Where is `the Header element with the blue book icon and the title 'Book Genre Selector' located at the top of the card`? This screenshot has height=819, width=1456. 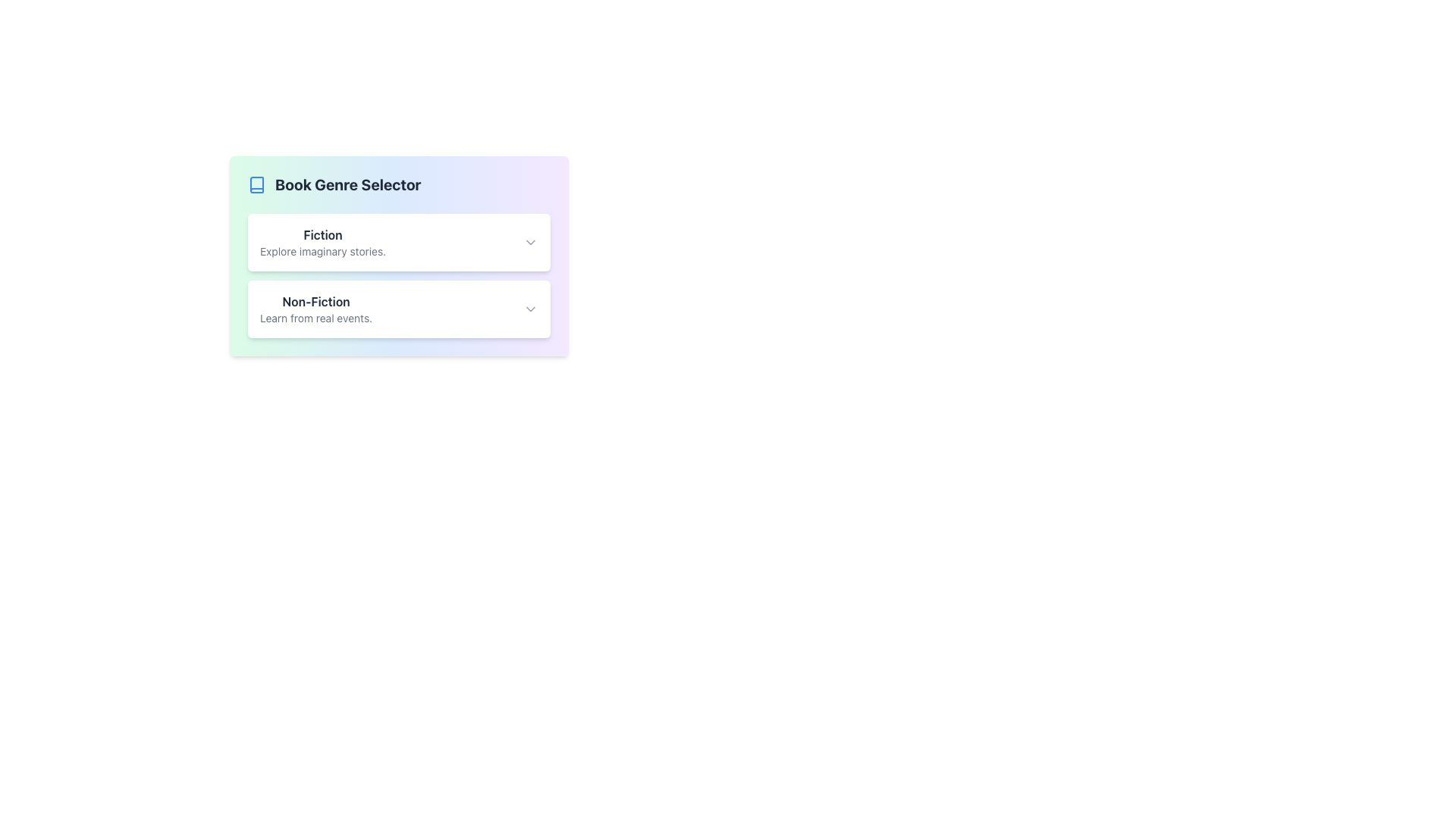
the Header element with the blue book icon and the title 'Book Genre Selector' located at the top of the card is located at coordinates (399, 184).